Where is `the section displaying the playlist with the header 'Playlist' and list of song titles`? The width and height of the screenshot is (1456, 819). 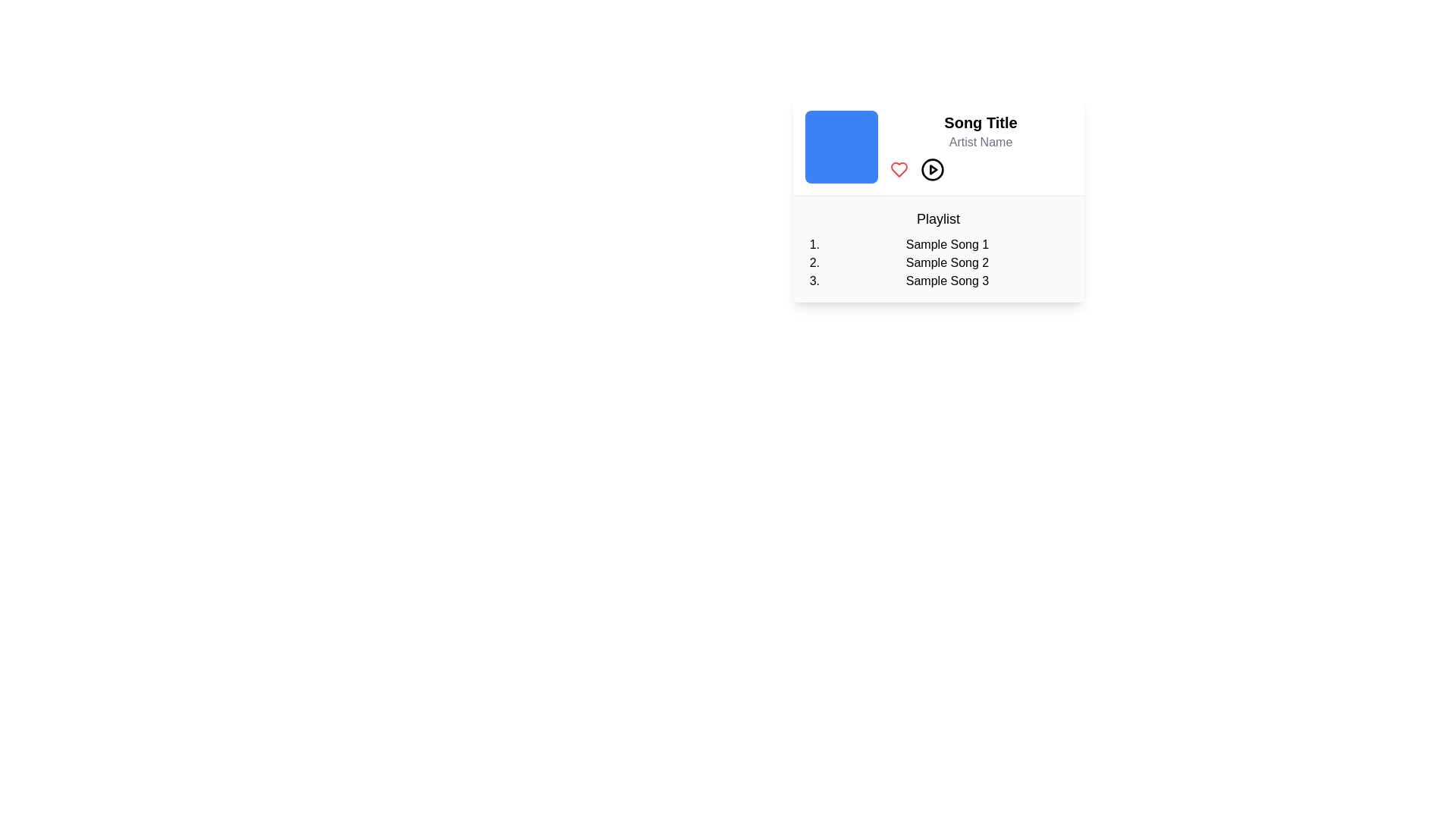
the section displaying the playlist with the header 'Playlist' and list of song titles is located at coordinates (937, 248).